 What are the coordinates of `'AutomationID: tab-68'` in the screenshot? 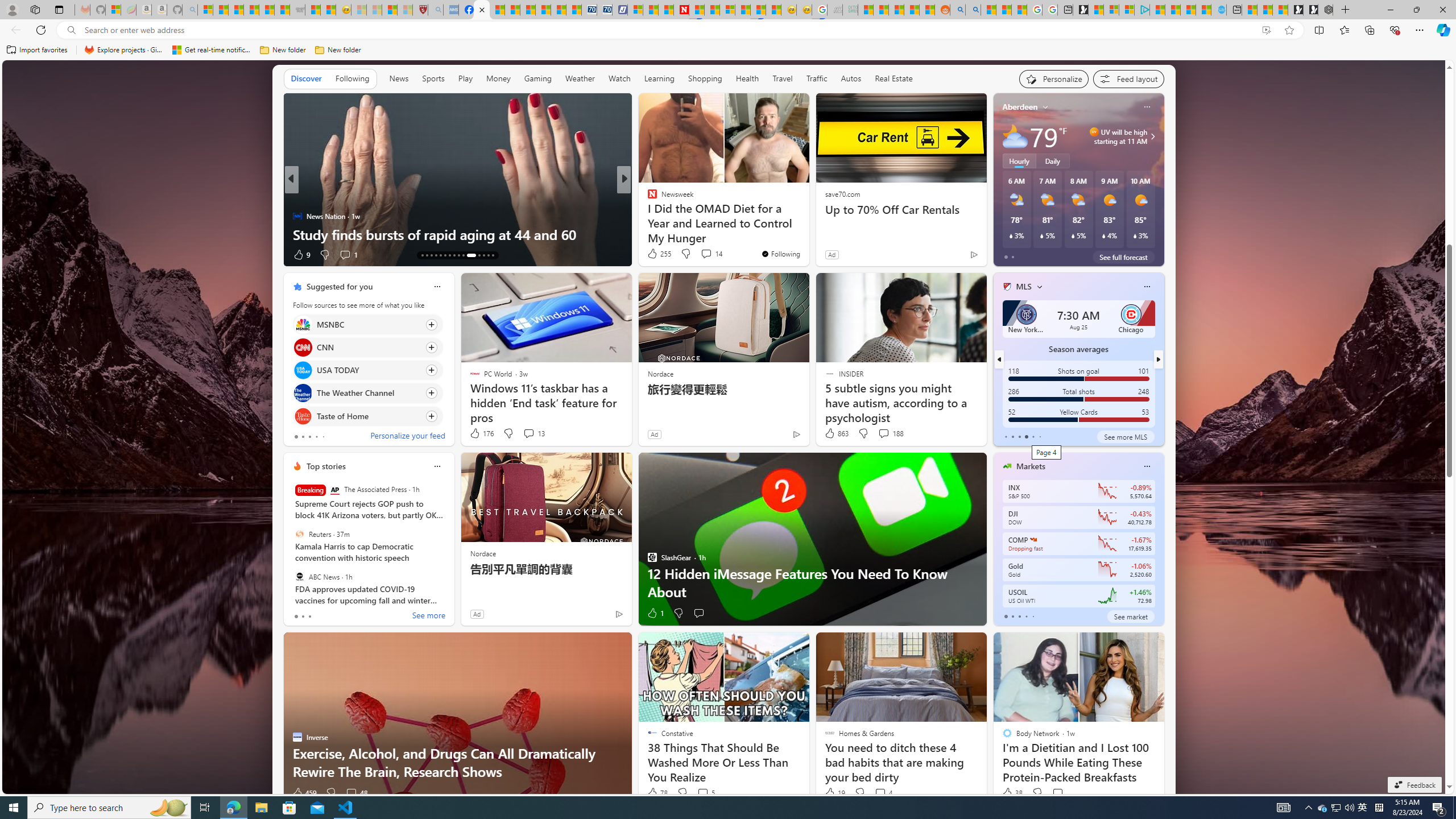 It's located at (431, 255).